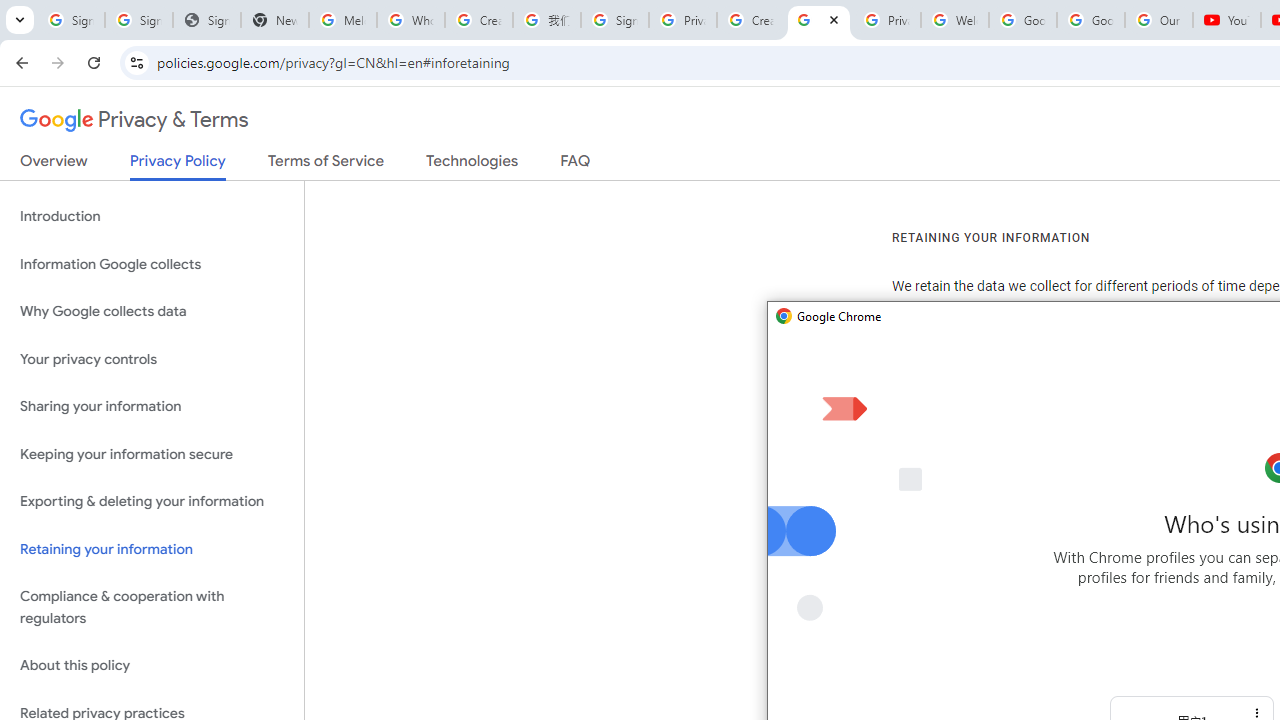  I want to click on 'Welcome to My Activity', so click(953, 20).